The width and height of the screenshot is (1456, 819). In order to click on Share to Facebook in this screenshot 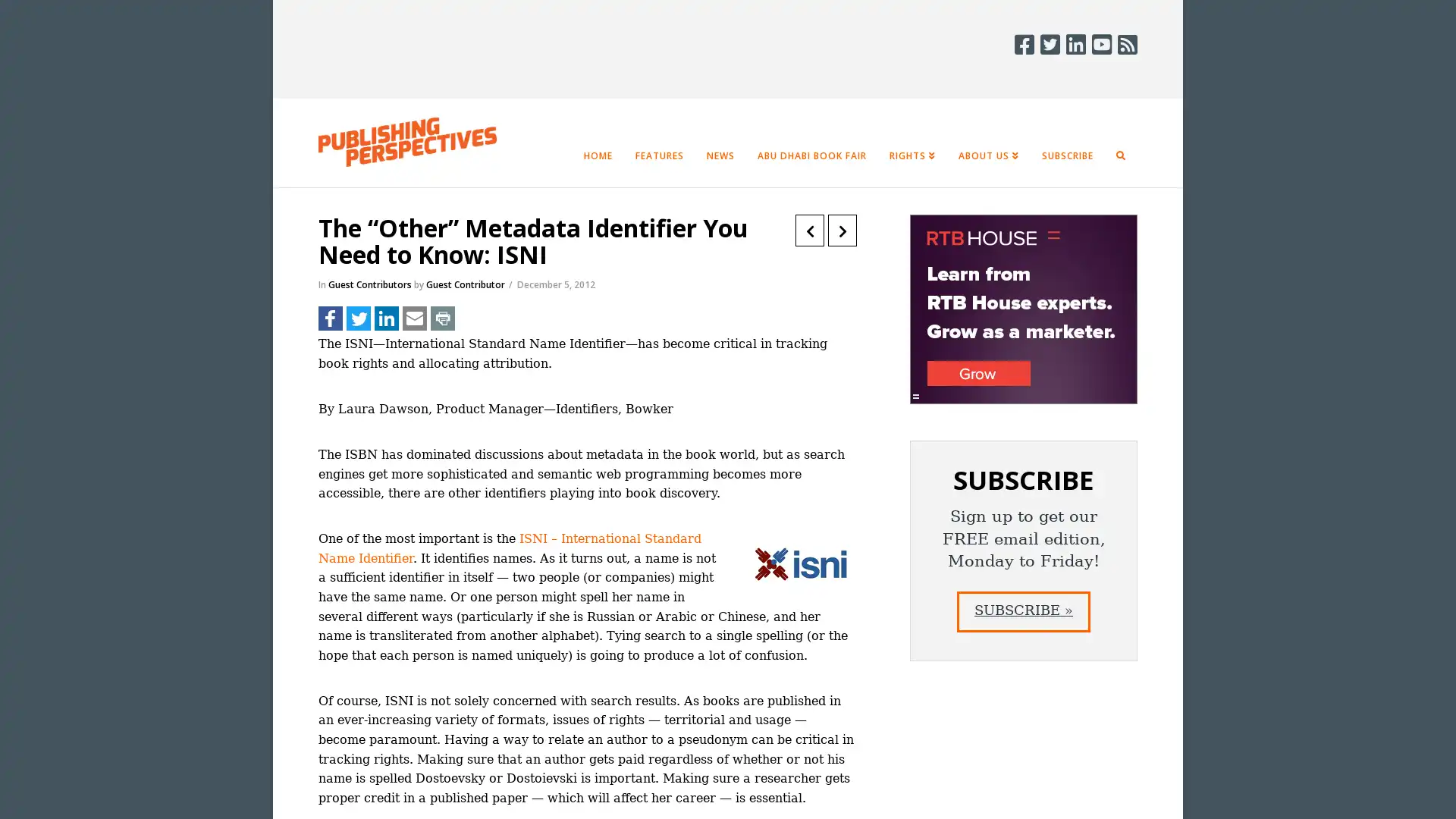, I will do `click(330, 318)`.